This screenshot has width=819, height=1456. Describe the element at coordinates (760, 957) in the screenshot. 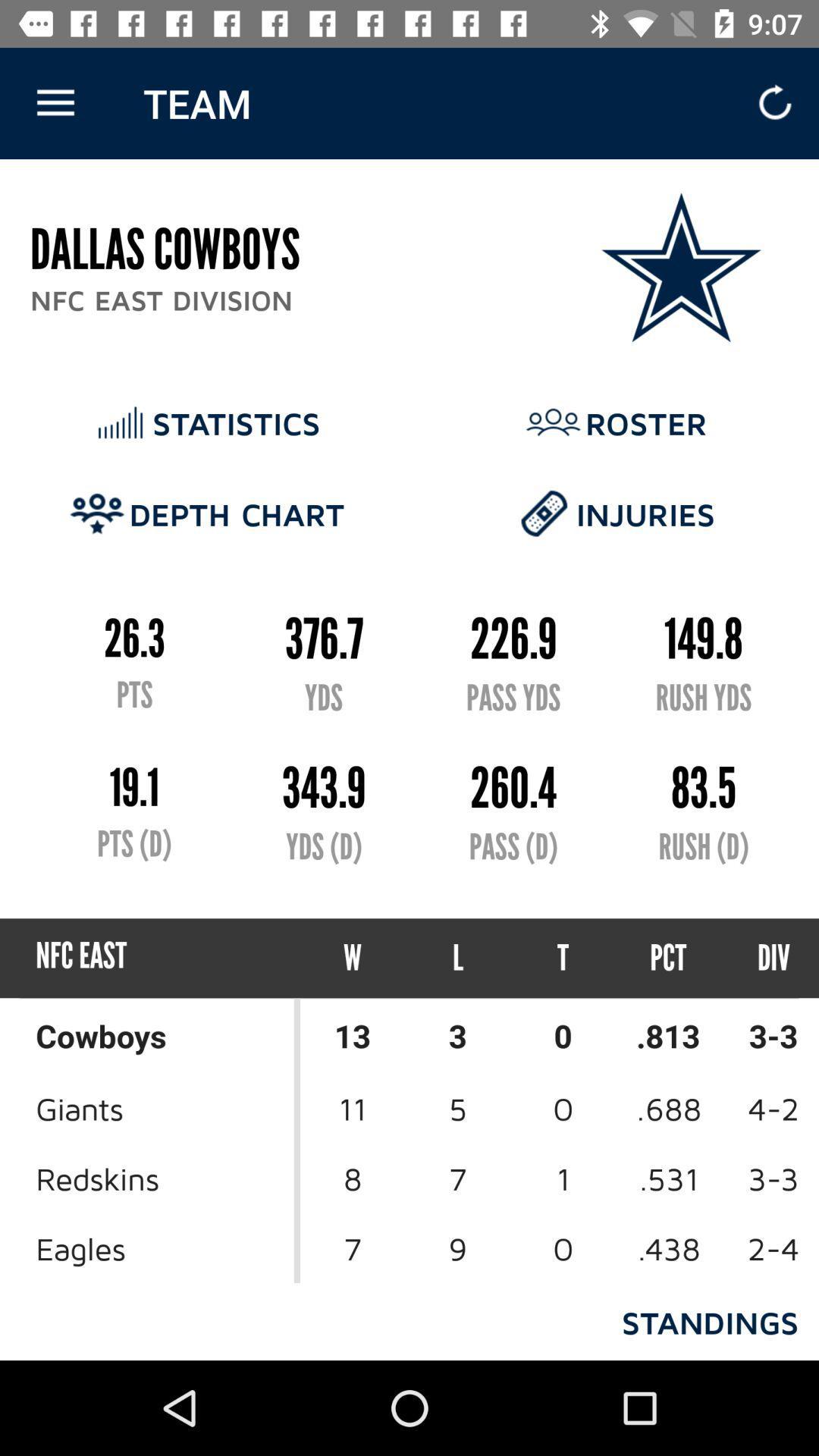

I see `item next to pct icon` at that location.